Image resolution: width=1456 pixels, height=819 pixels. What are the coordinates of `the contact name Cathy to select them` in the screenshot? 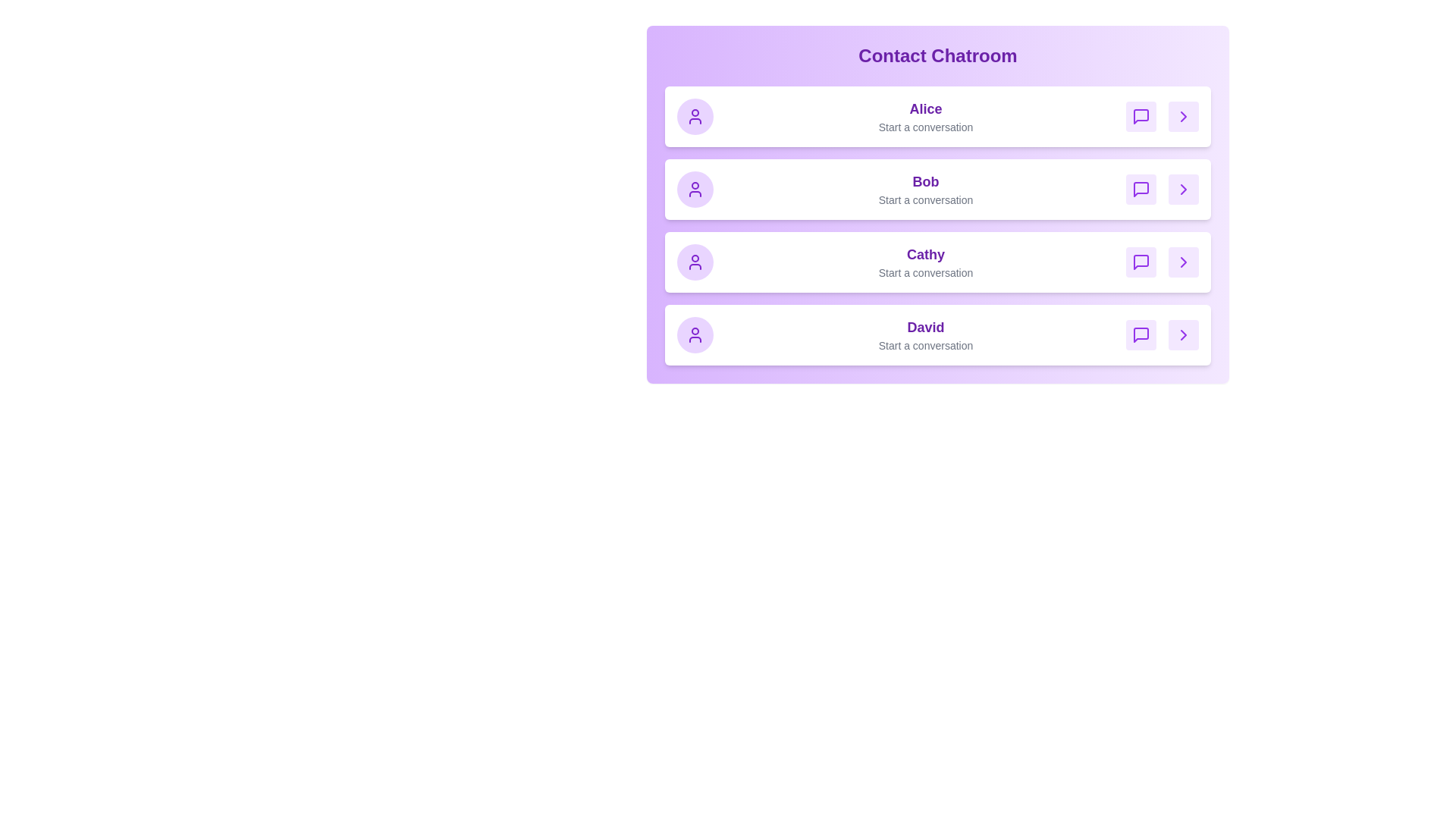 It's located at (924, 253).